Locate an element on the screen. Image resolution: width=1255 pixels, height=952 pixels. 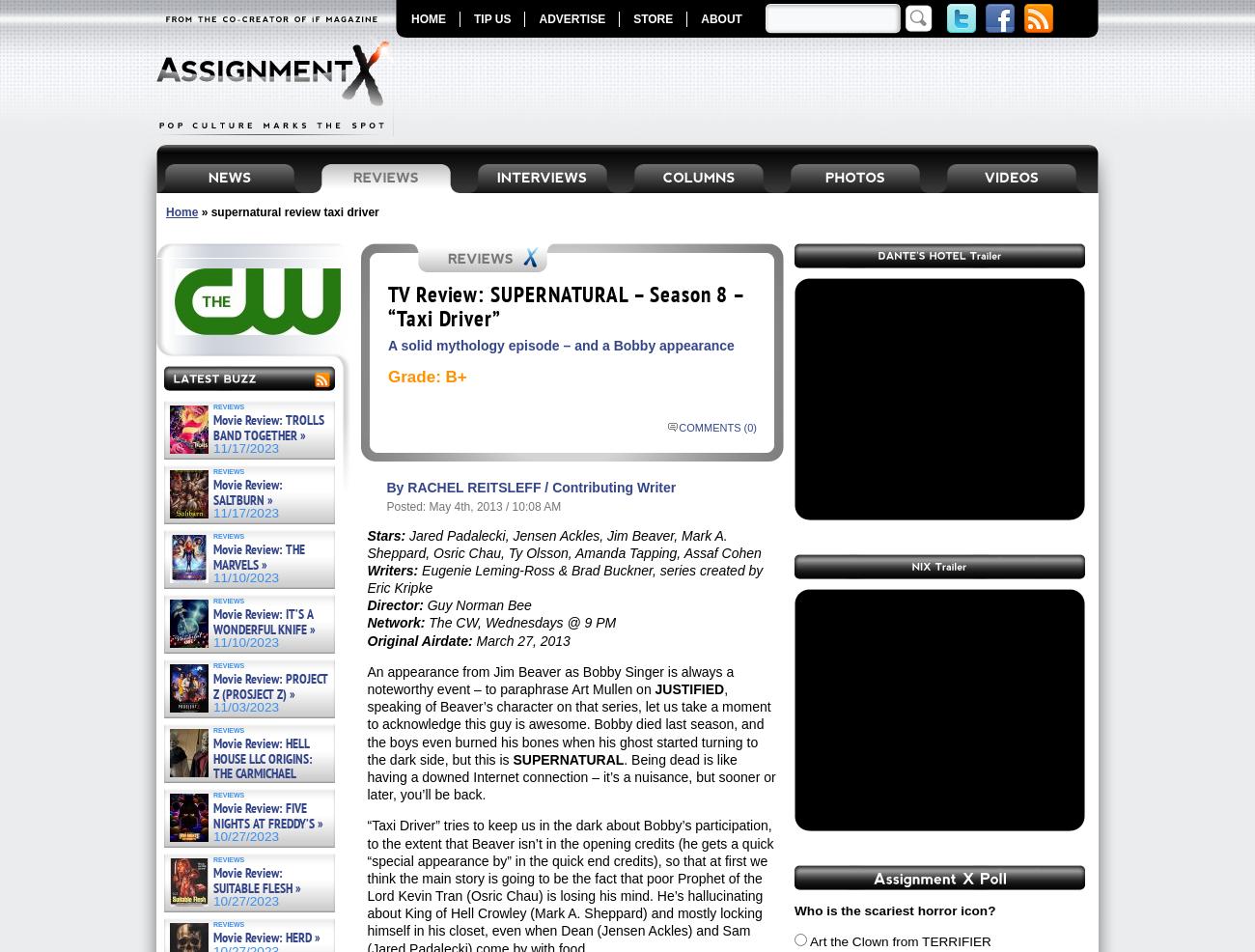
'11/03/2023' is located at coordinates (245, 706).